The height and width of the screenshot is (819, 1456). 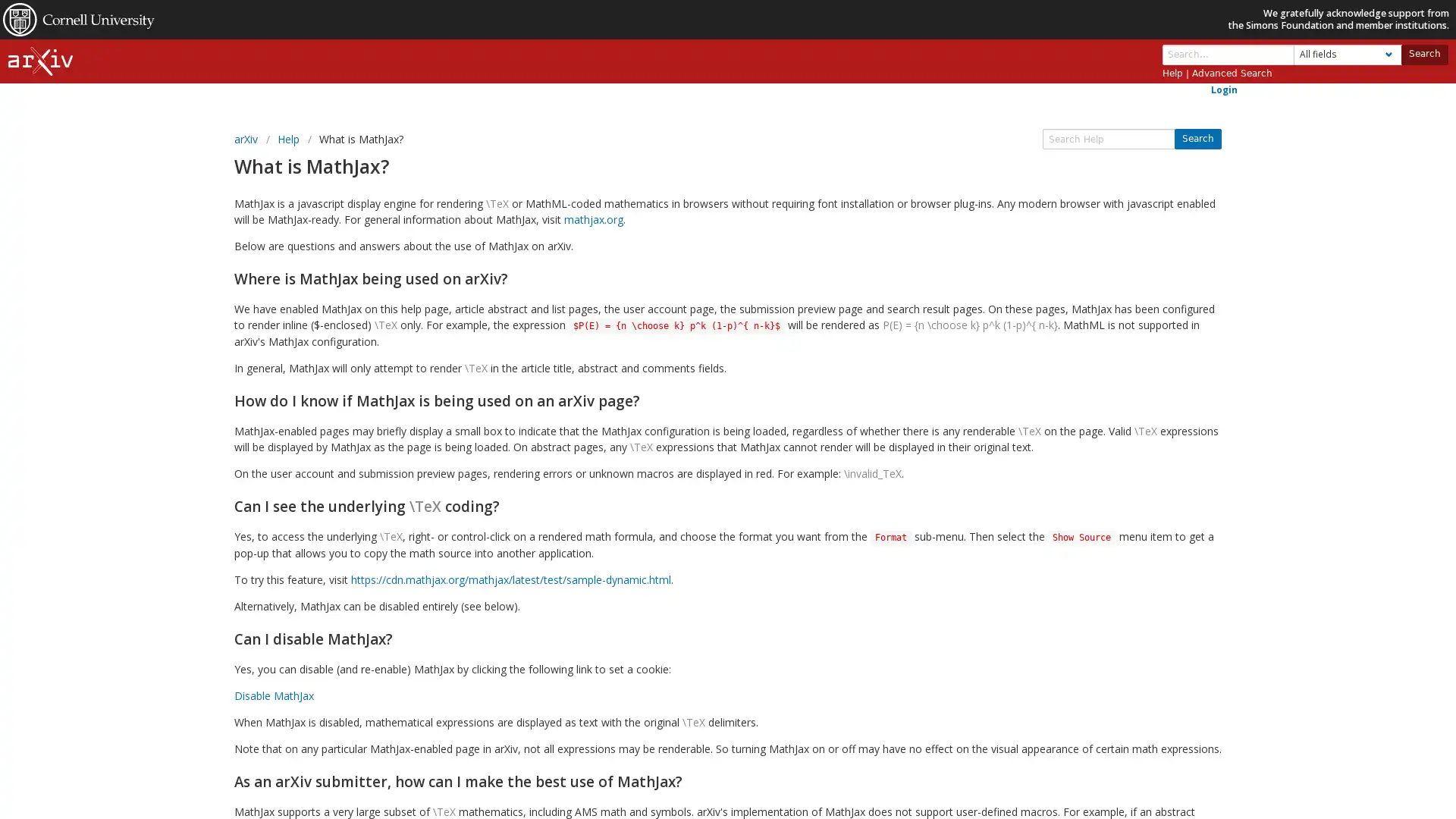 I want to click on Search, so click(x=1423, y=53).